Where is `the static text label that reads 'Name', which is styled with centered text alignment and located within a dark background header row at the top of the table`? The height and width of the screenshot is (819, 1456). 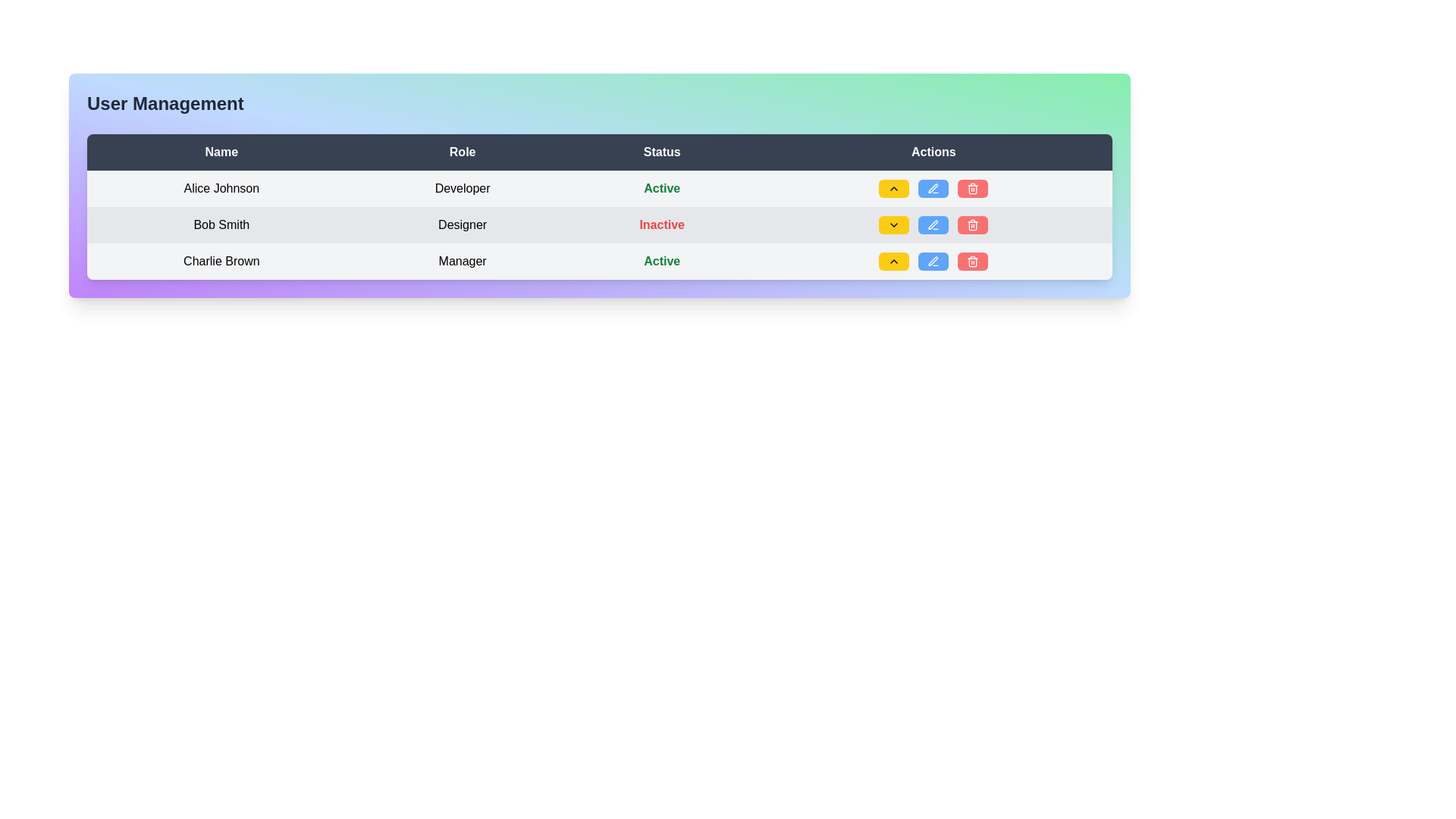
the static text label that reads 'Name', which is styled with centered text alignment and located within a dark background header row at the top of the table is located at coordinates (221, 152).